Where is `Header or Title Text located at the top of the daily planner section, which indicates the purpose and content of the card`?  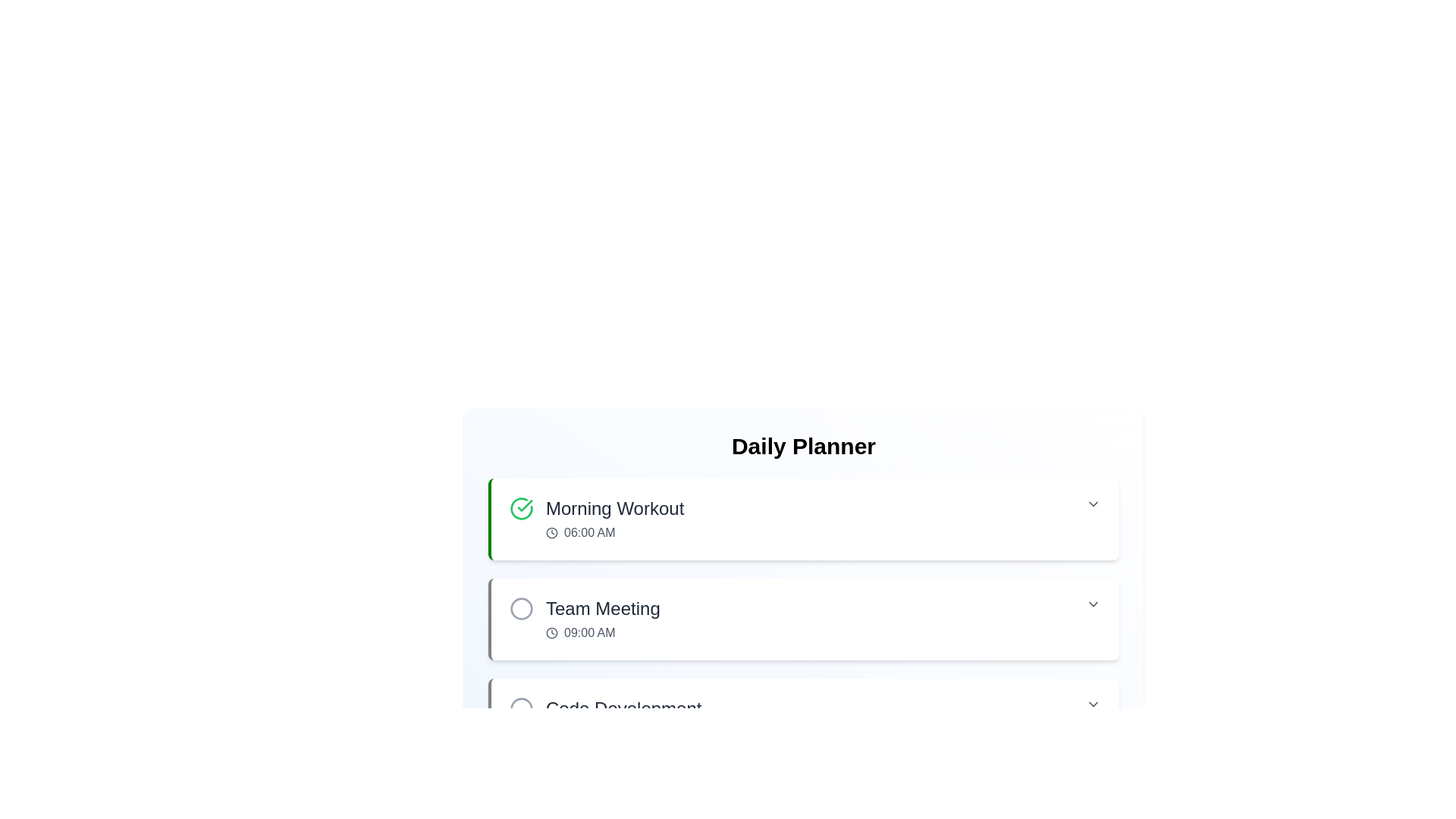 Header or Title Text located at the top of the daily planner section, which indicates the purpose and content of the card is located at coordinates (803, 446).